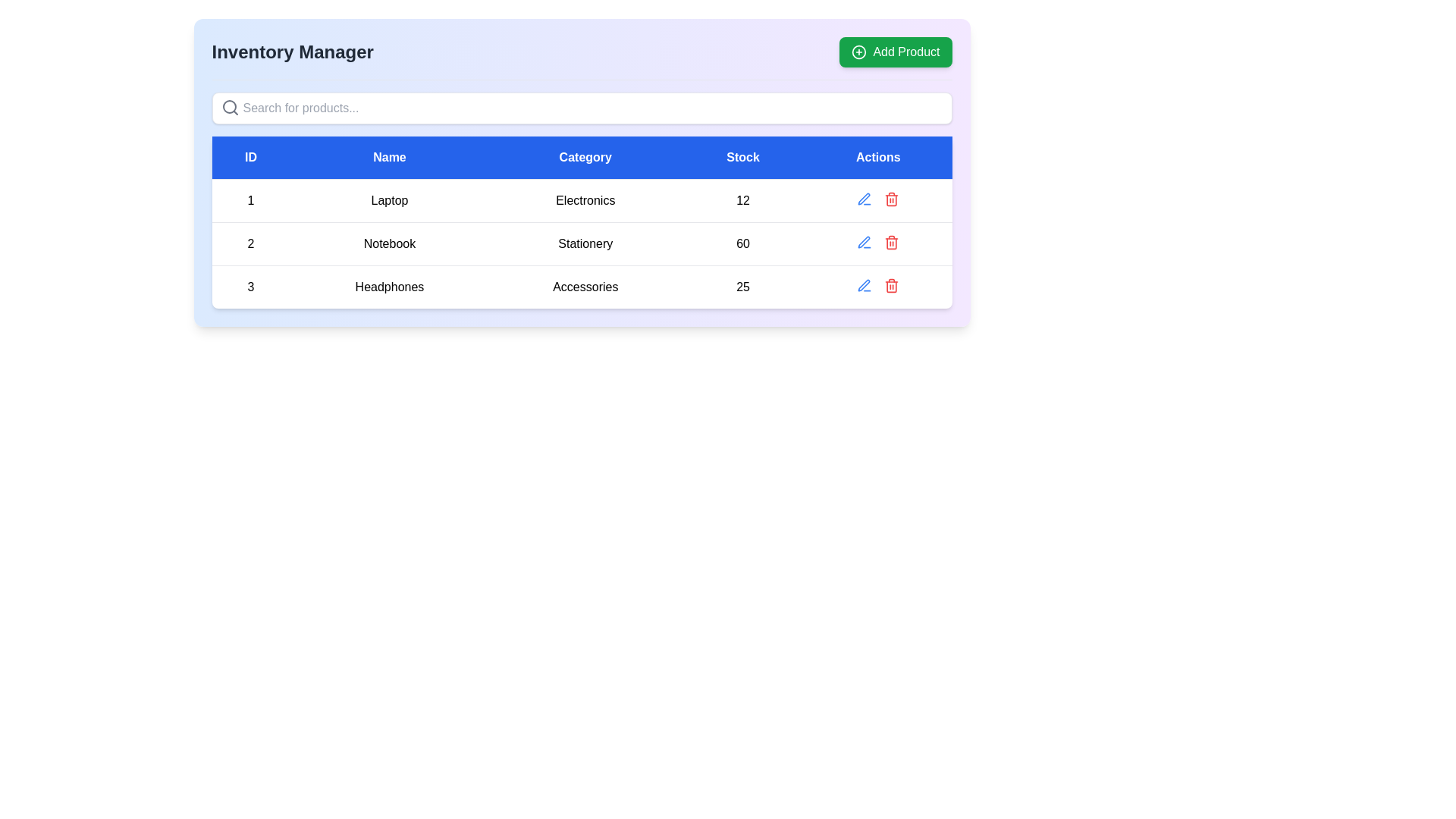 The height and width of the screenshot is (819, 1456). I want to click on the bold numeral '1' in the first cell of the first row under the 'ID' column in the table, so click(251, 200).